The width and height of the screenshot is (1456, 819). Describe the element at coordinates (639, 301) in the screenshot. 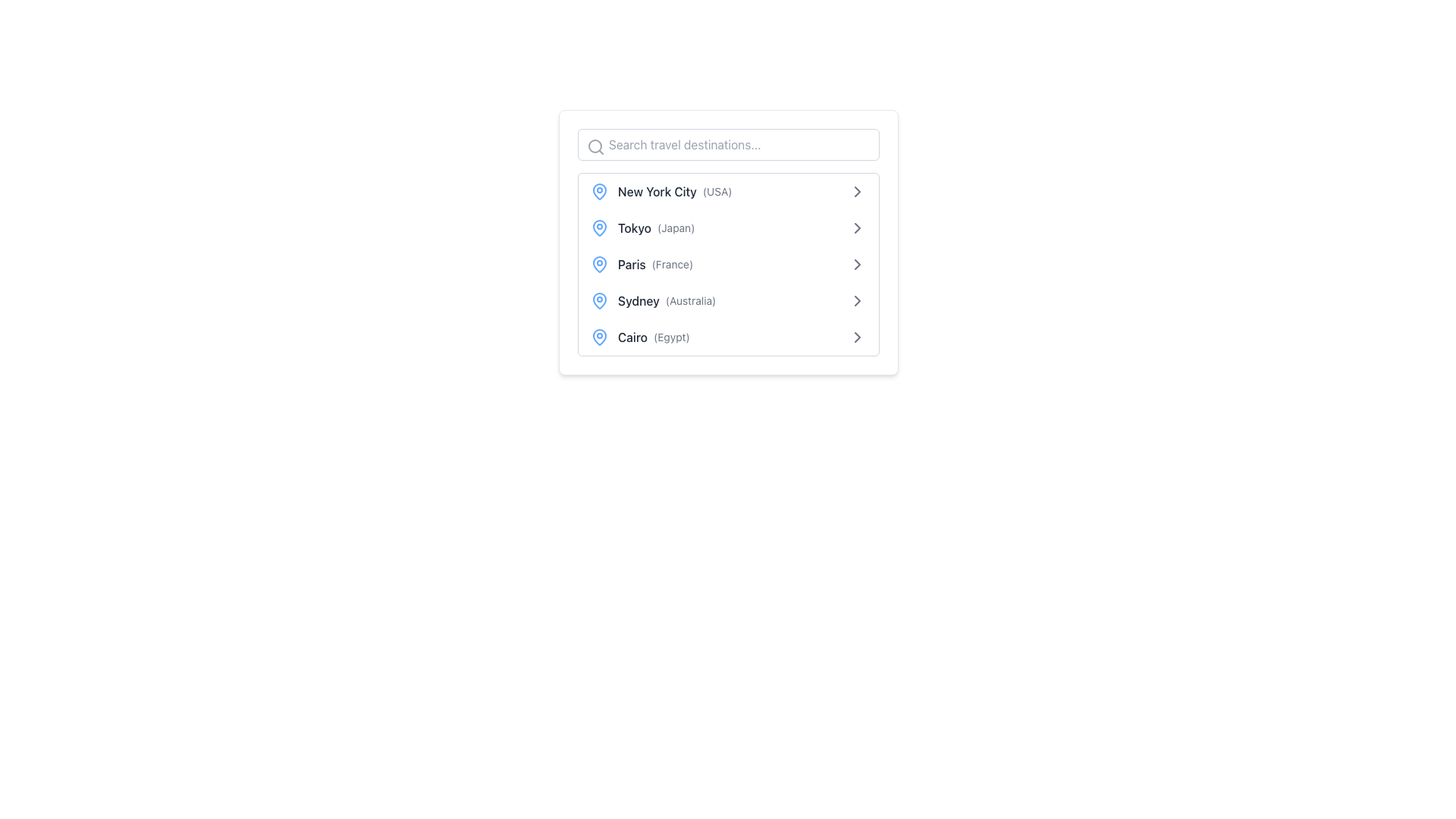

I see `text label 'Sydney' which is the third entry in the list of travel destinations, located between the blue map pin icon and '(Australia)'` at that location.